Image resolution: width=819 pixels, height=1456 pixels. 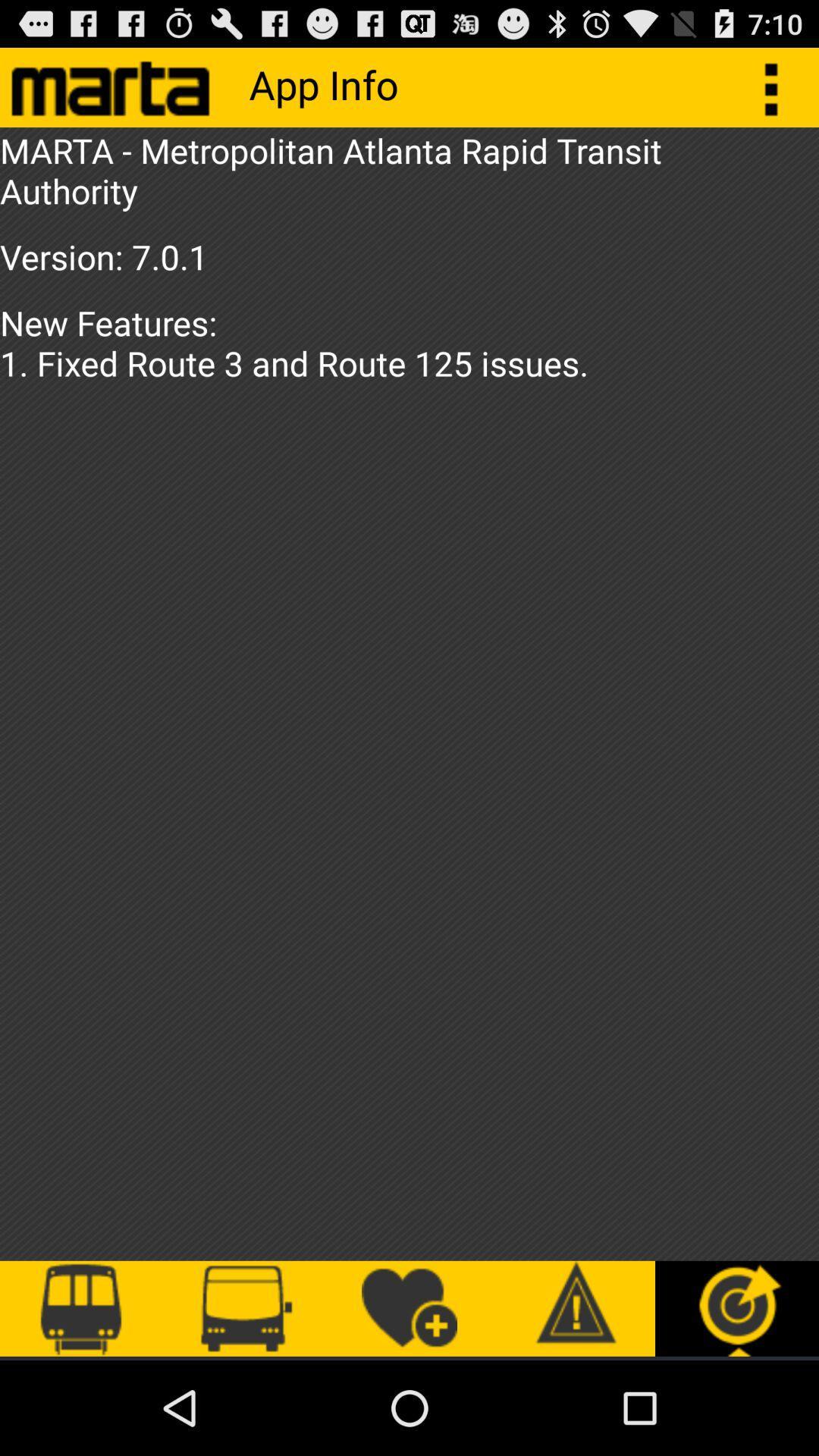 I want to click on the more icon, so click(x=779, y=93).